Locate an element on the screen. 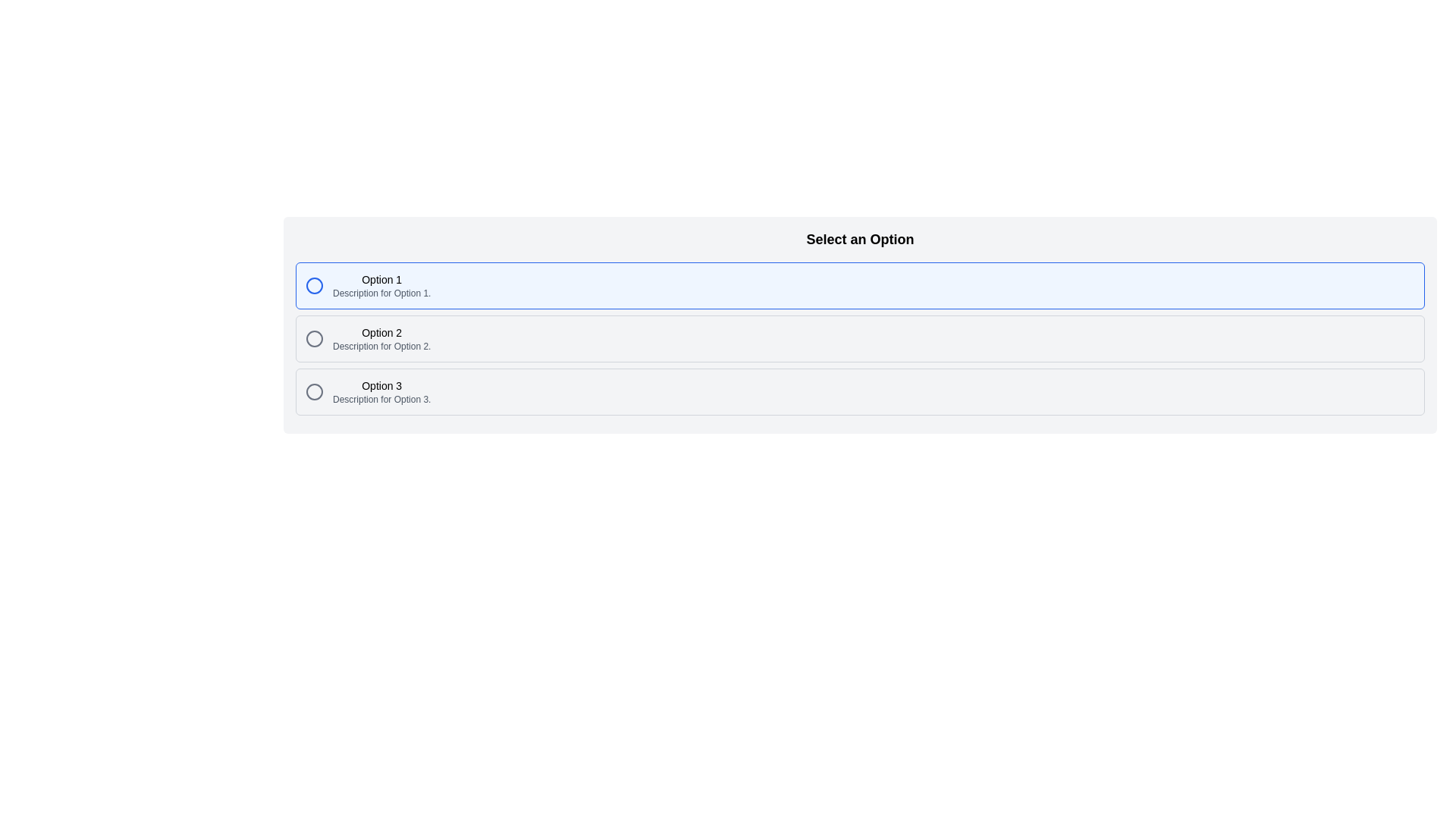  the static text label reading 'Description for Option 1.' located beneath the bolded 'Option 1' label in the first option group, which is centrally aligned in the top segment of the interface is located at coordinates (381, 293).